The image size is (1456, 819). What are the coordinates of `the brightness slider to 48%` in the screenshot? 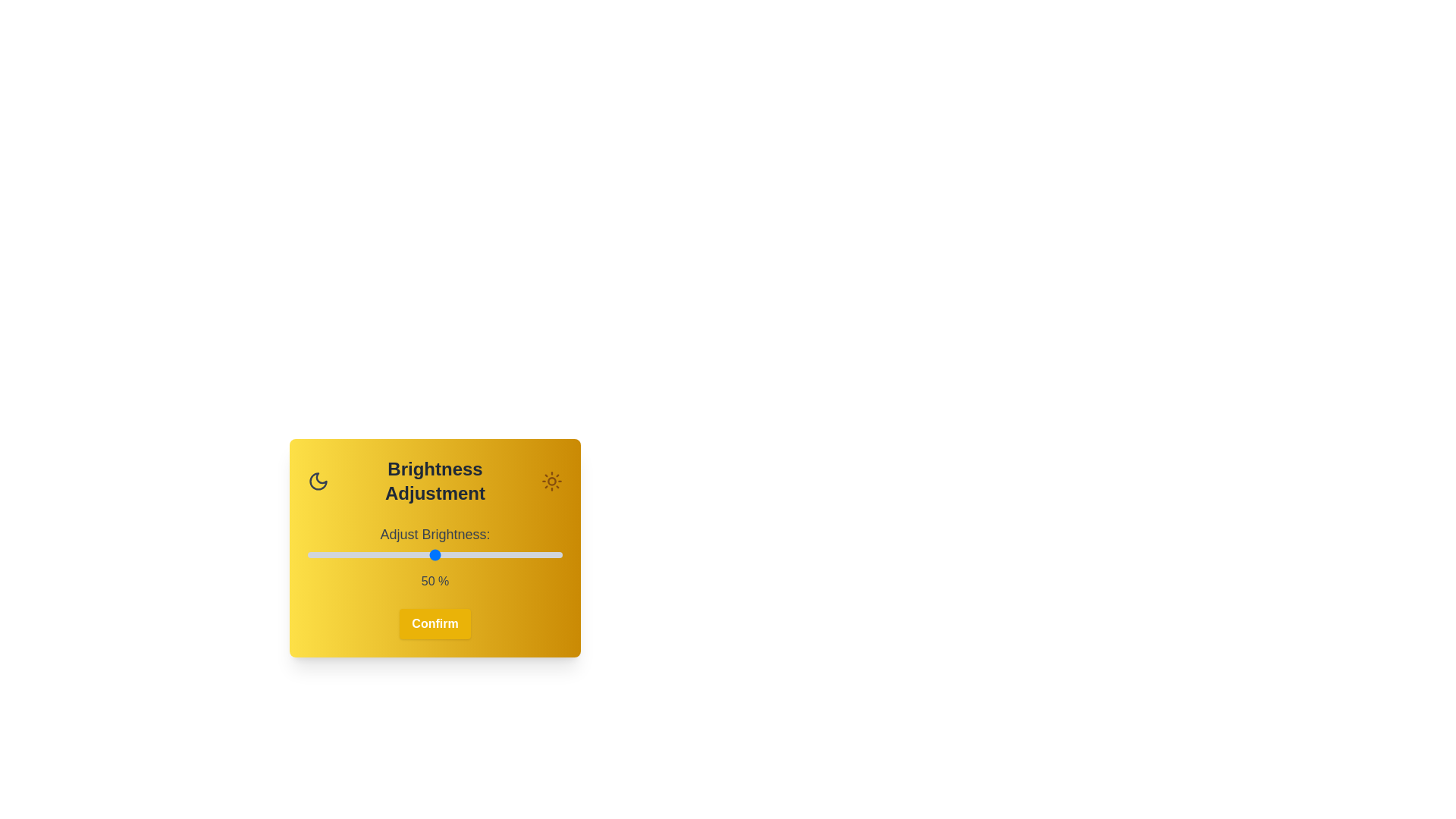 It's located at (429, 555).